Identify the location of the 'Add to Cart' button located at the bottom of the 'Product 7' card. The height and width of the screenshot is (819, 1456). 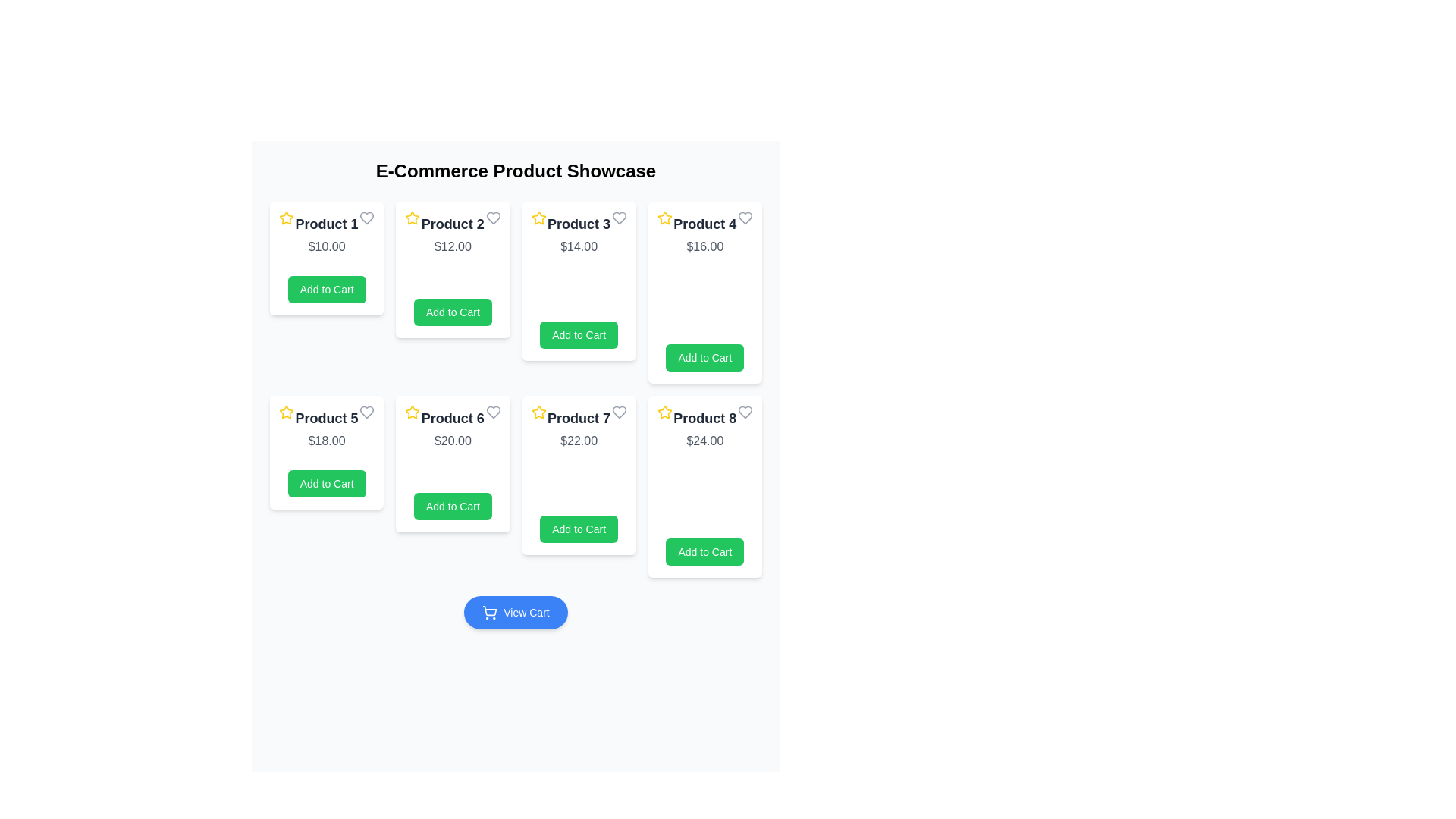
(578, 529).